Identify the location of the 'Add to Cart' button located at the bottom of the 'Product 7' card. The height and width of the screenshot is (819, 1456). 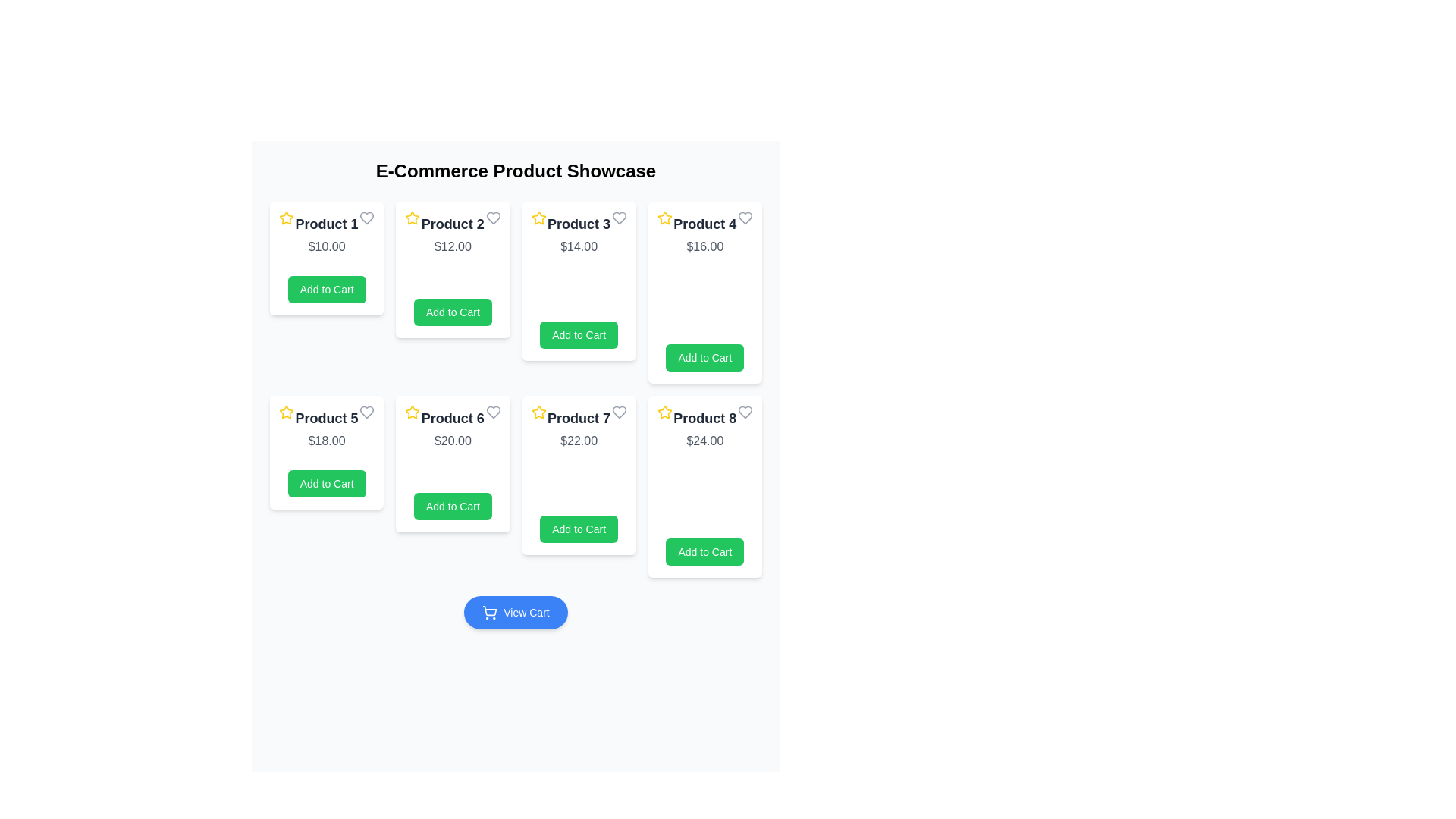
(578, 529).